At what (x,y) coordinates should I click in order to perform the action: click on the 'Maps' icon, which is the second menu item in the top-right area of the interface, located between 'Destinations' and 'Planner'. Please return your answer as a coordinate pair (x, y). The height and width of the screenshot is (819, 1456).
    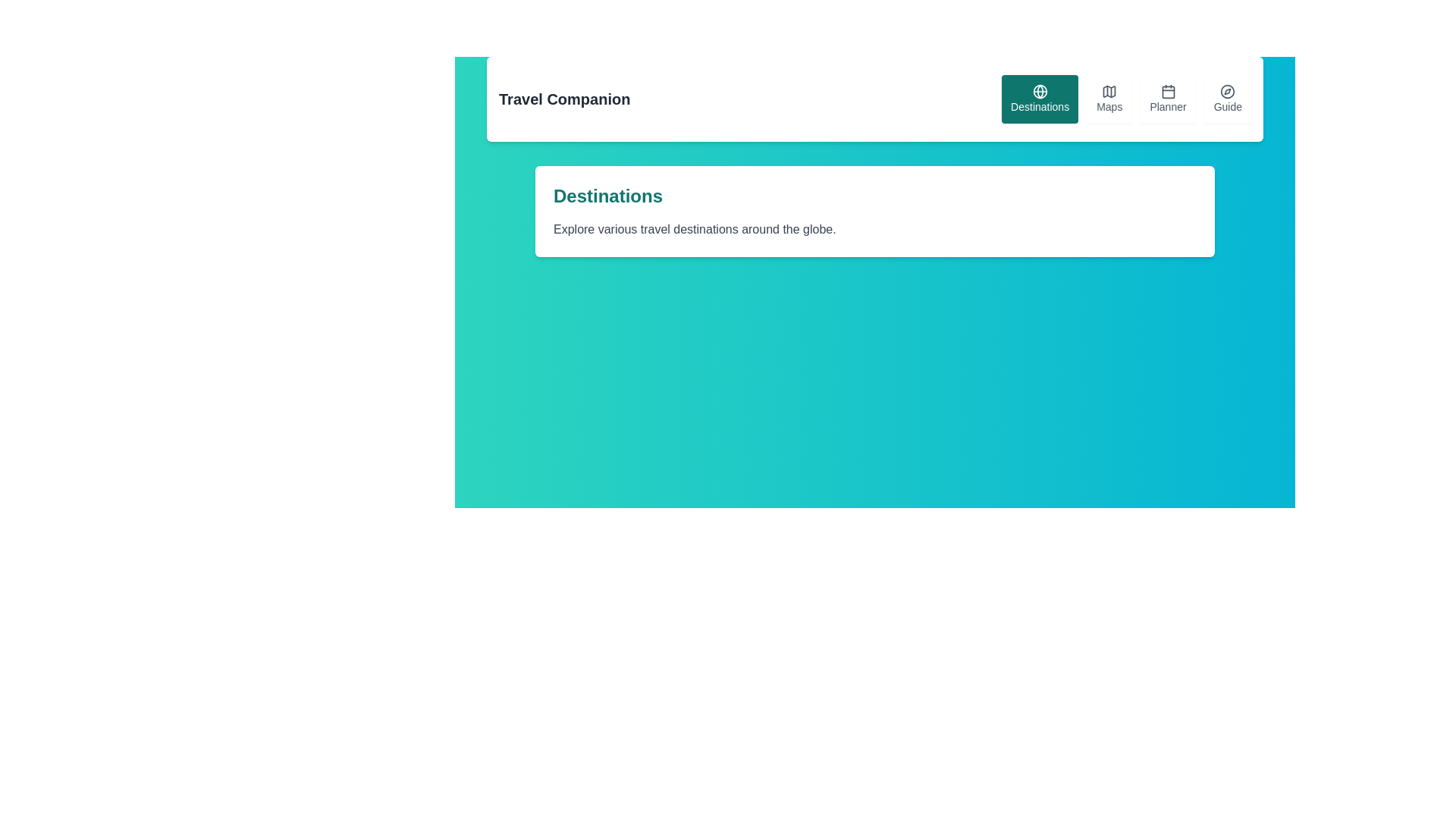
    Looking at the image, I should click on (1109, 91).